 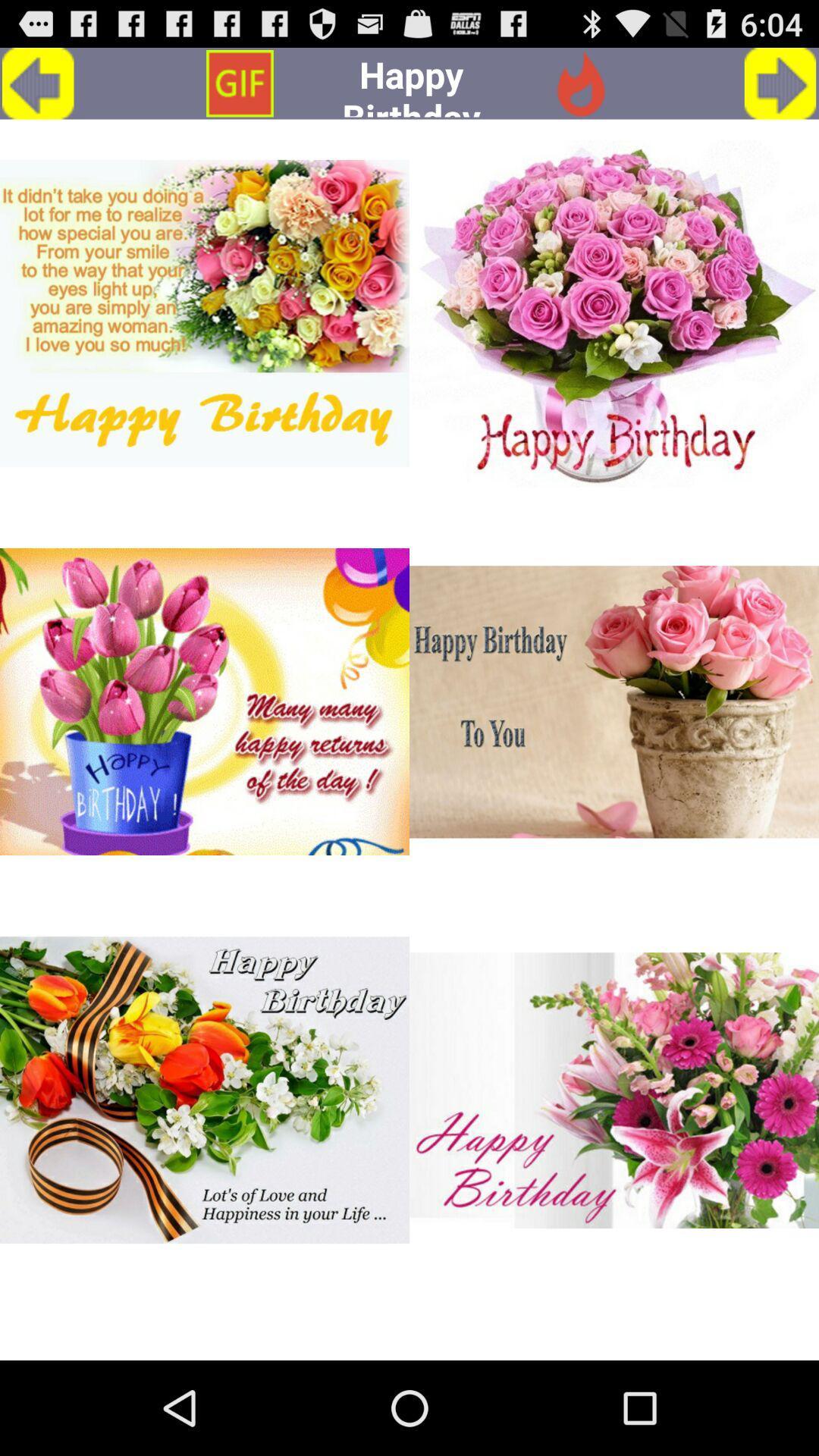 What do you see at coordinates (780, 83) in the screenshot?
I see `next` at bounding box center [780, 83].